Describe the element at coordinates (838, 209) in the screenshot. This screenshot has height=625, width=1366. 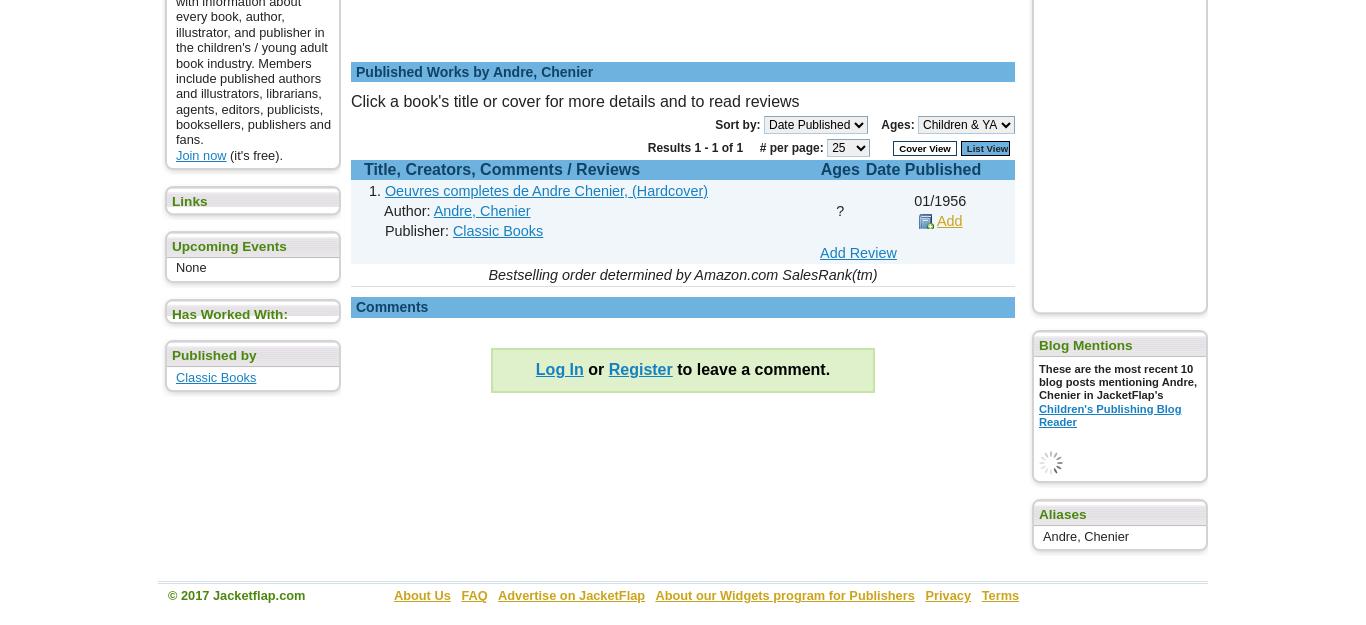
I see `'?'` at that location.